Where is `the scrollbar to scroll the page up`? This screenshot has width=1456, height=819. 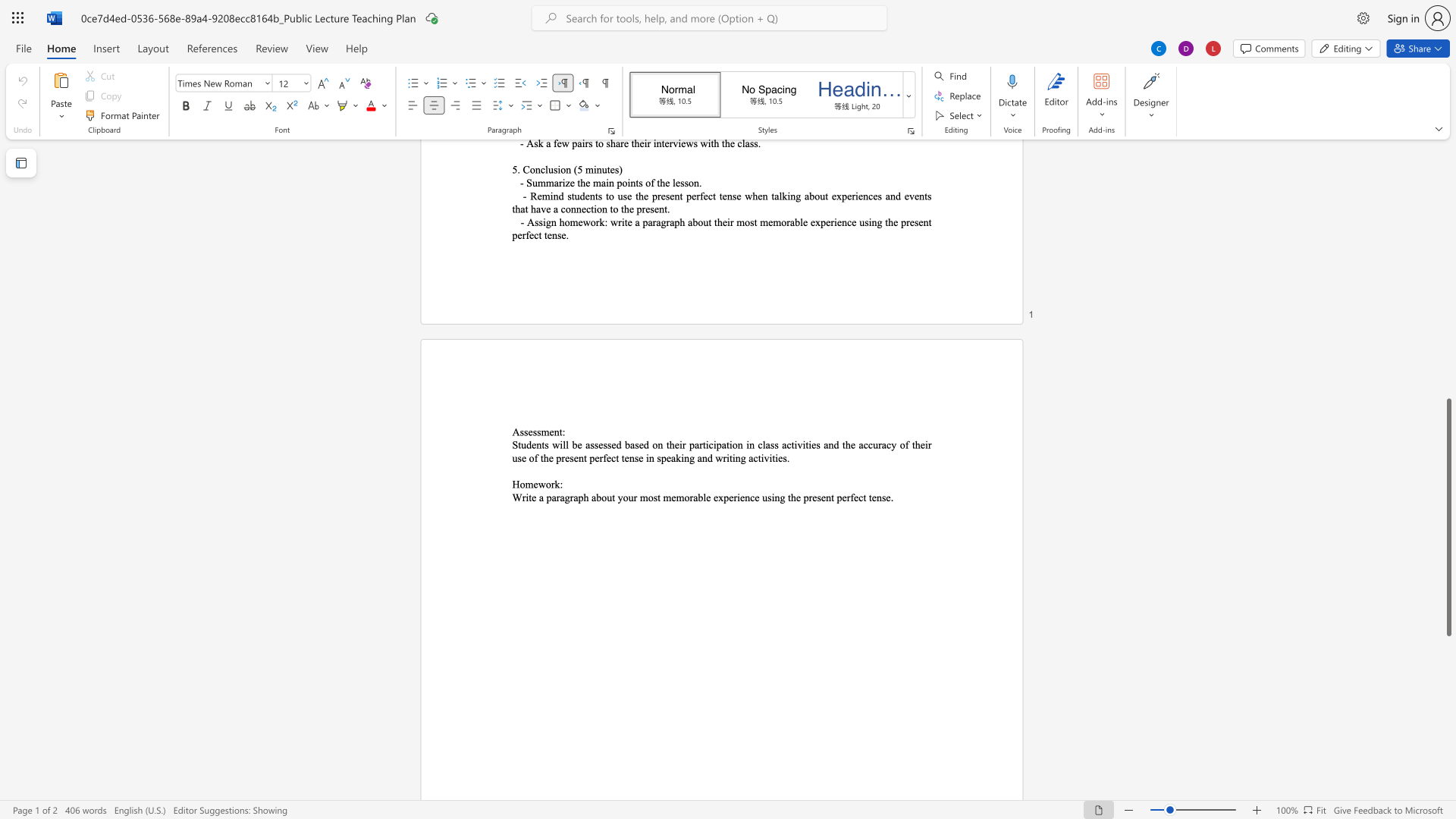 the scrollbar to scroll the page up is located at coordinates (1448, 271).